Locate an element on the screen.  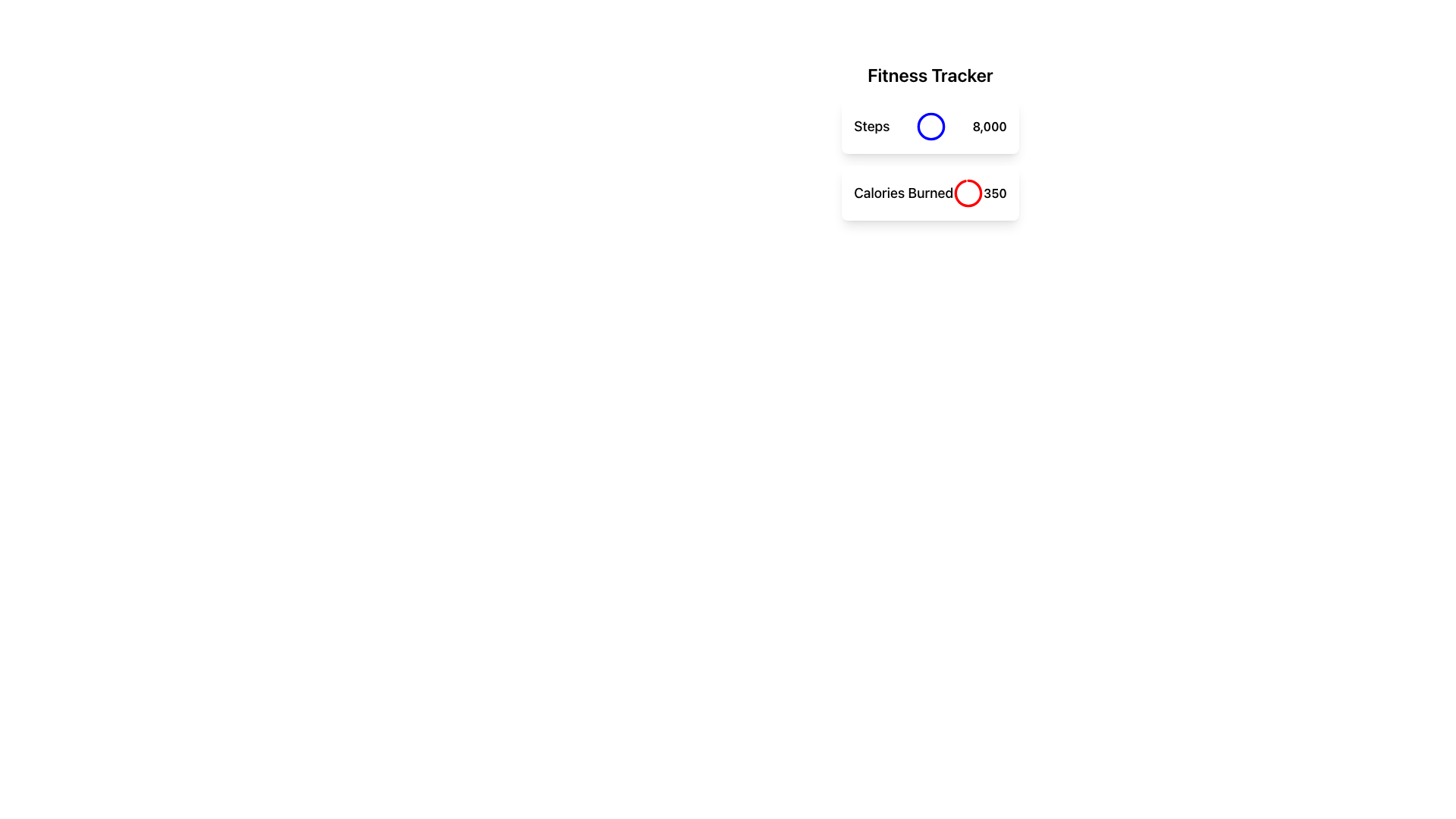
the circular graphical element indicating calories burned, located within the 'Calories Burned' card, positioned between the label 'Calories Burned' and the numeric value '350' is located at coordinates (968, 192).